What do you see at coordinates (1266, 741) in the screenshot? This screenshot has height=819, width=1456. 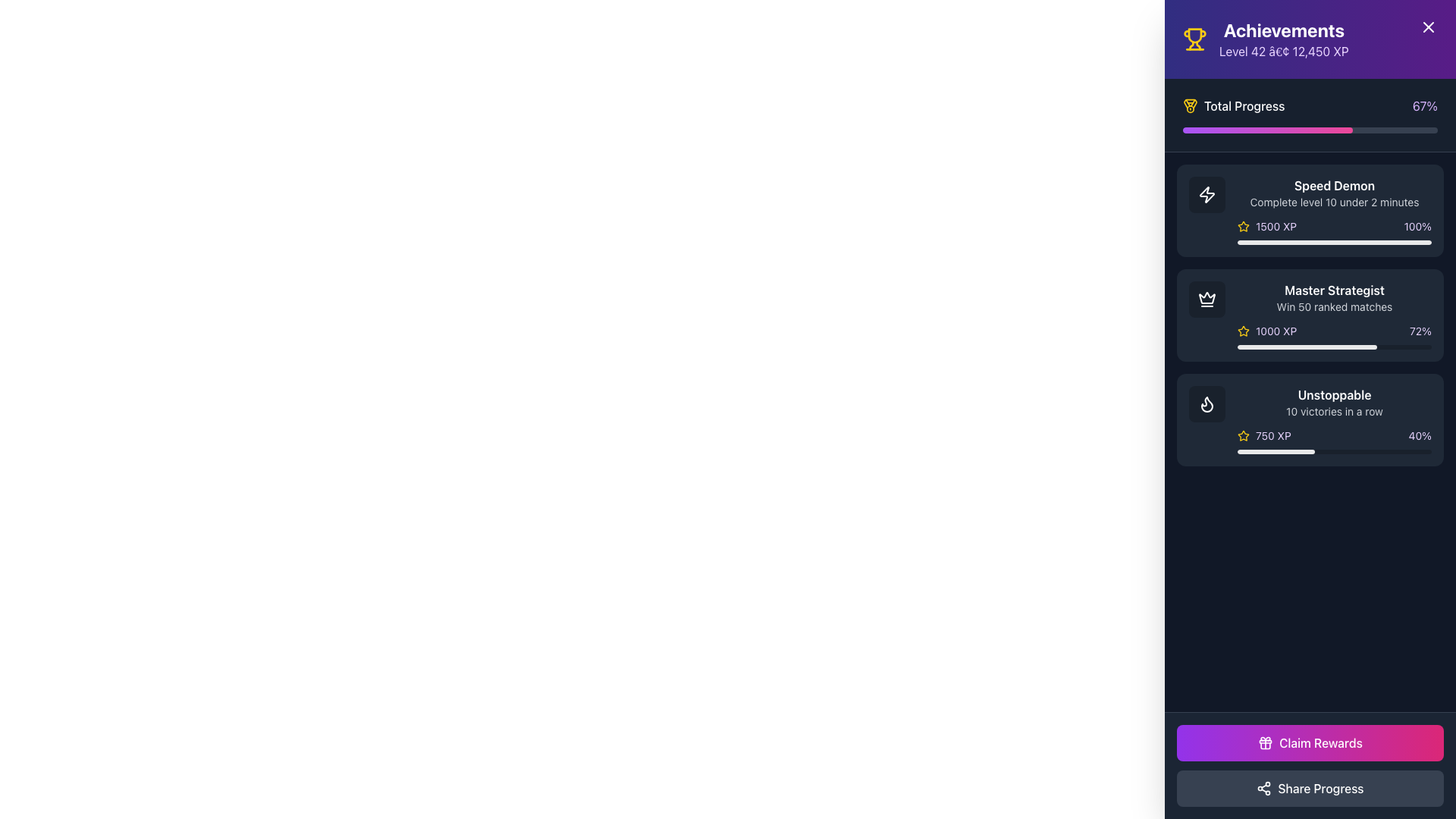 I see `the horizontal bar component of the gift icon located to the left of the 'Claim Rewards' button at the bottom of the interface` at bounding box center [1266, 741].